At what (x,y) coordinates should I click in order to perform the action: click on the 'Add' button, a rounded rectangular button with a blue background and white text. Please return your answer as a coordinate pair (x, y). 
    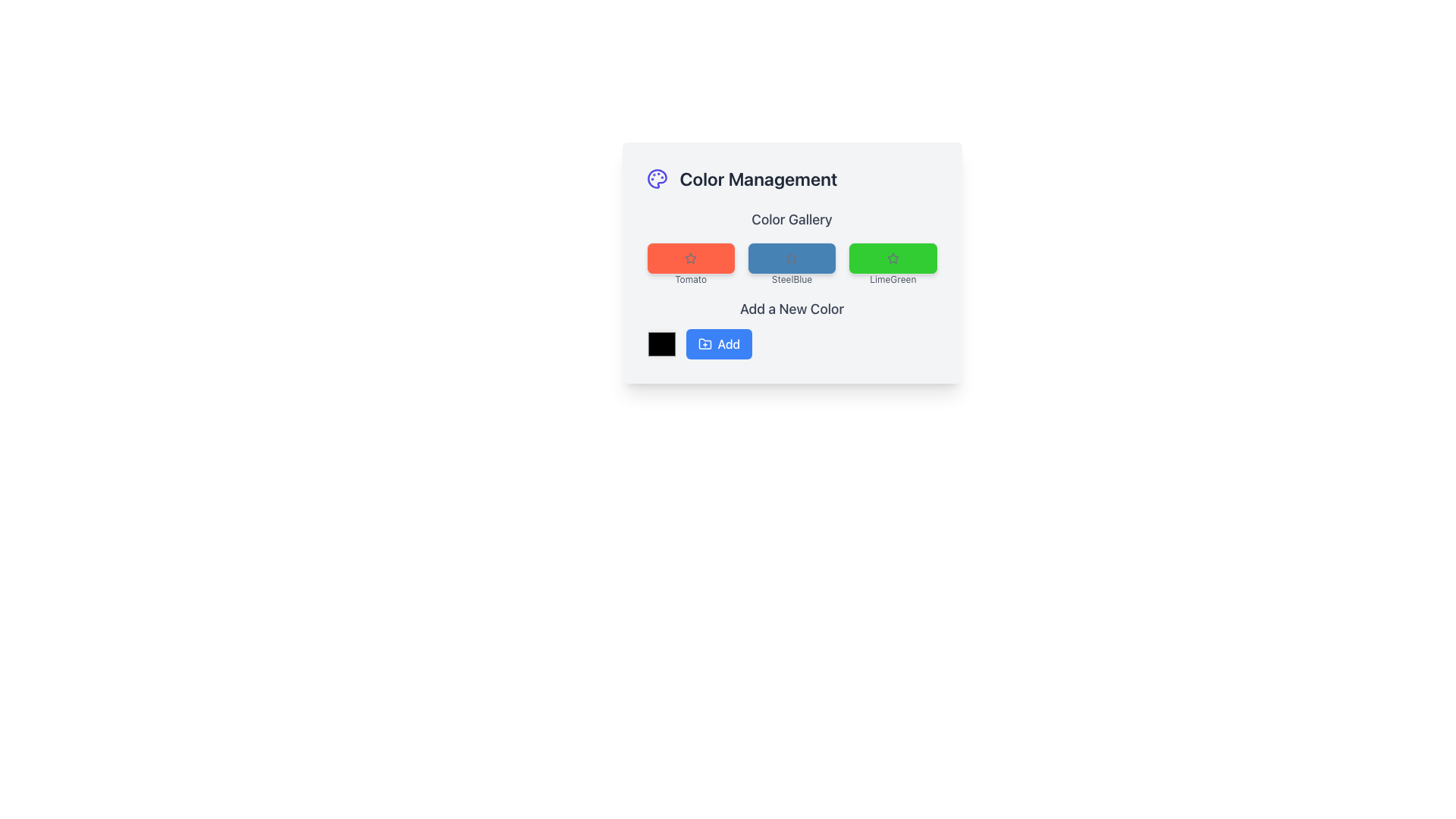
    Looking at the image, I should click on (718, 344).